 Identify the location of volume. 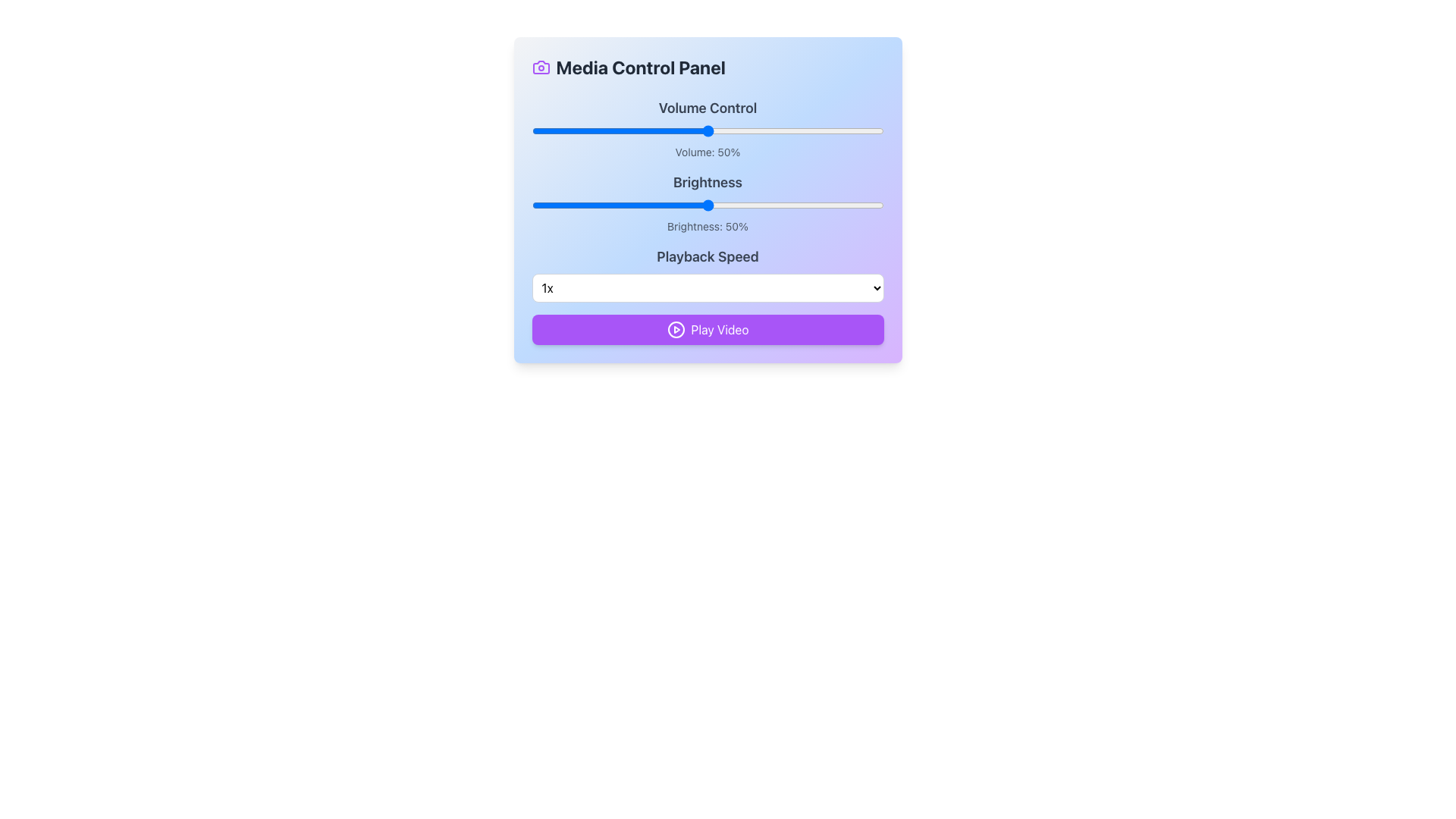
(799, 130).